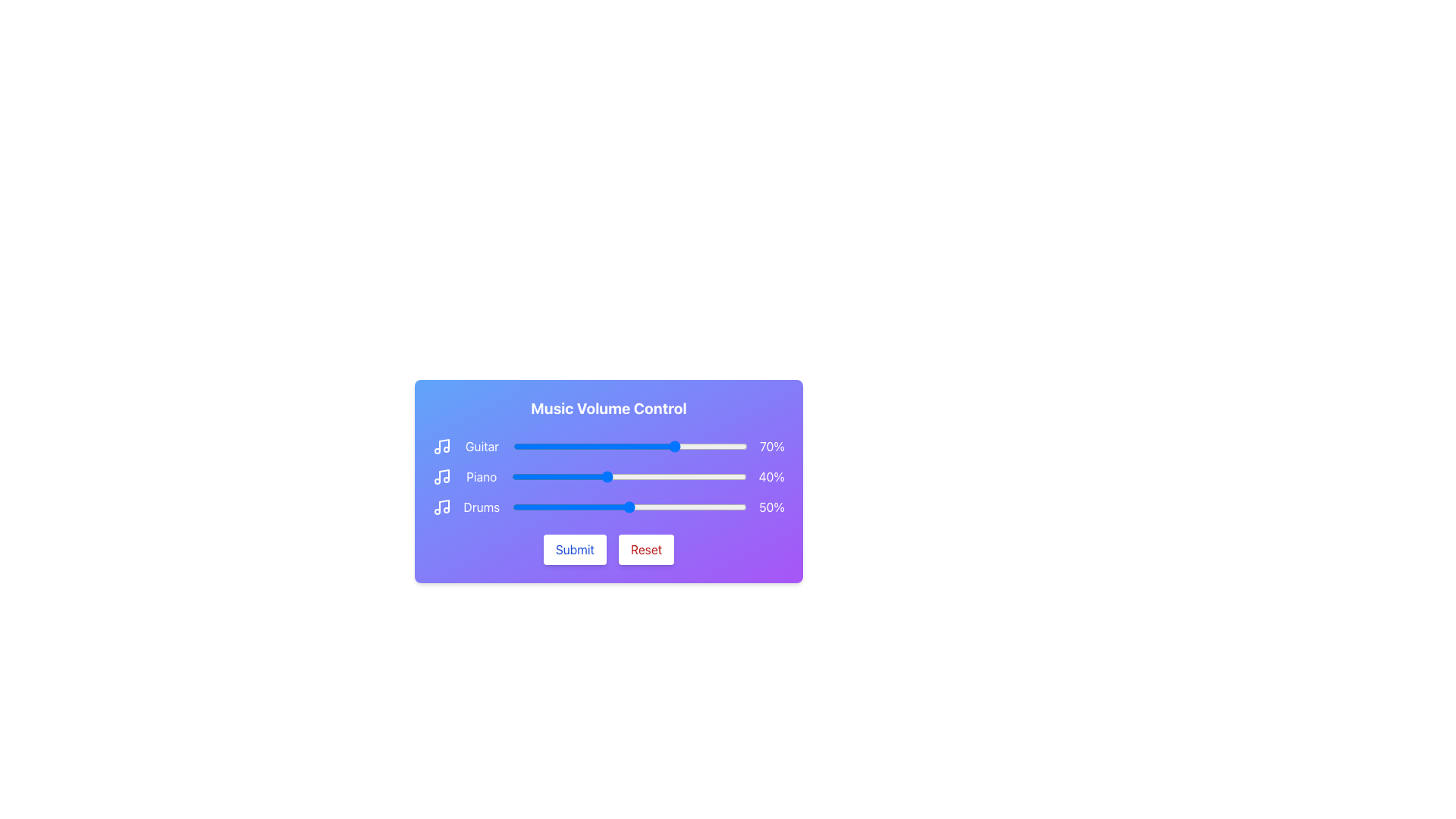 This screenshot has height=819, width=1456. What do you see at coordinates (574, 550) in the screenshot?
I see `the submit button located in the footer section of the dialogue box` at bounding box center [574, 550].